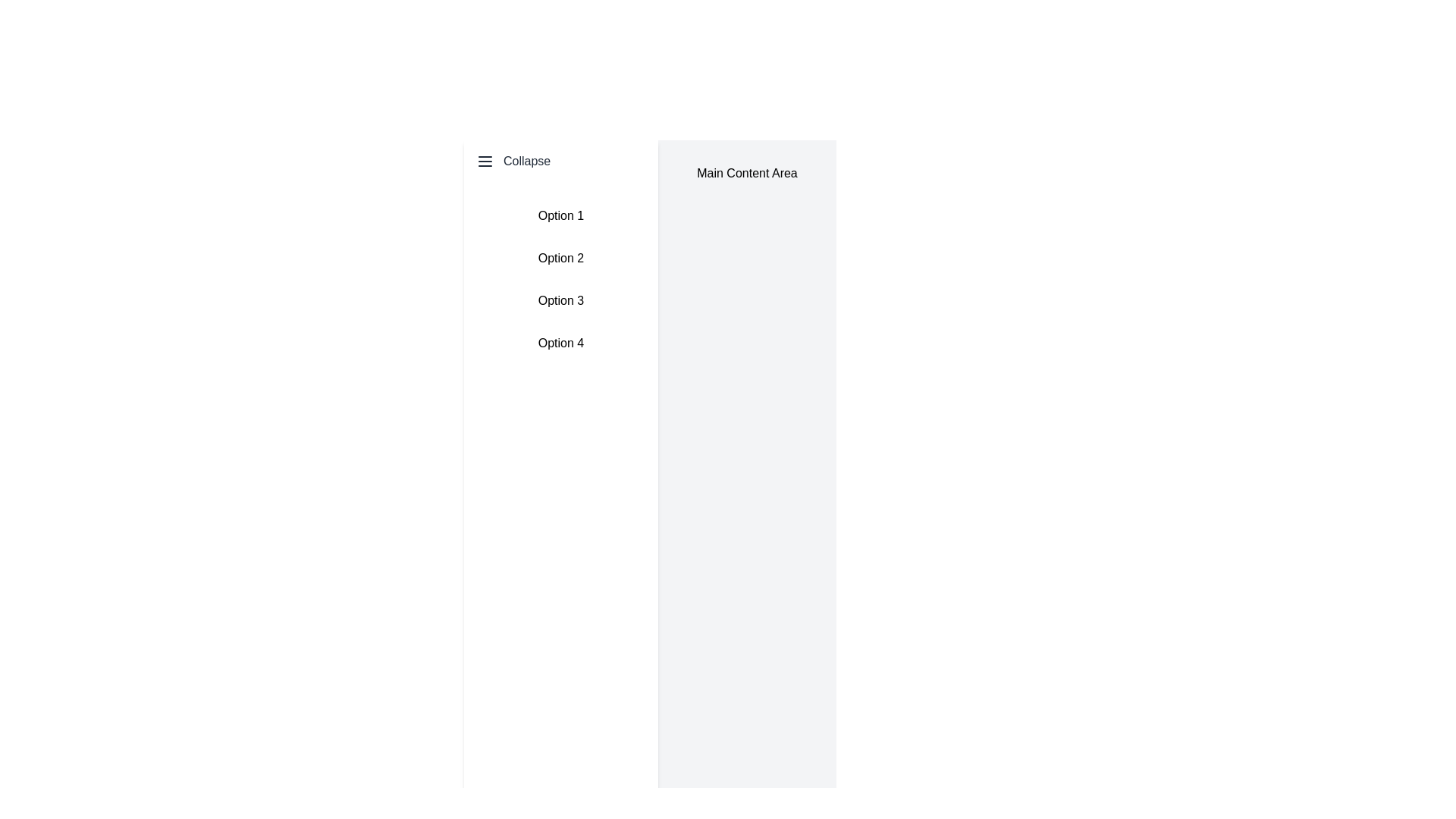 This screenshot has width=1456, height=819. Describe the element at coordinates (560, 343) in the screenshot. I see `the 'Option 4' button located at the bottom of the sidebar menu, which is styled to highlight on hover` at that location.